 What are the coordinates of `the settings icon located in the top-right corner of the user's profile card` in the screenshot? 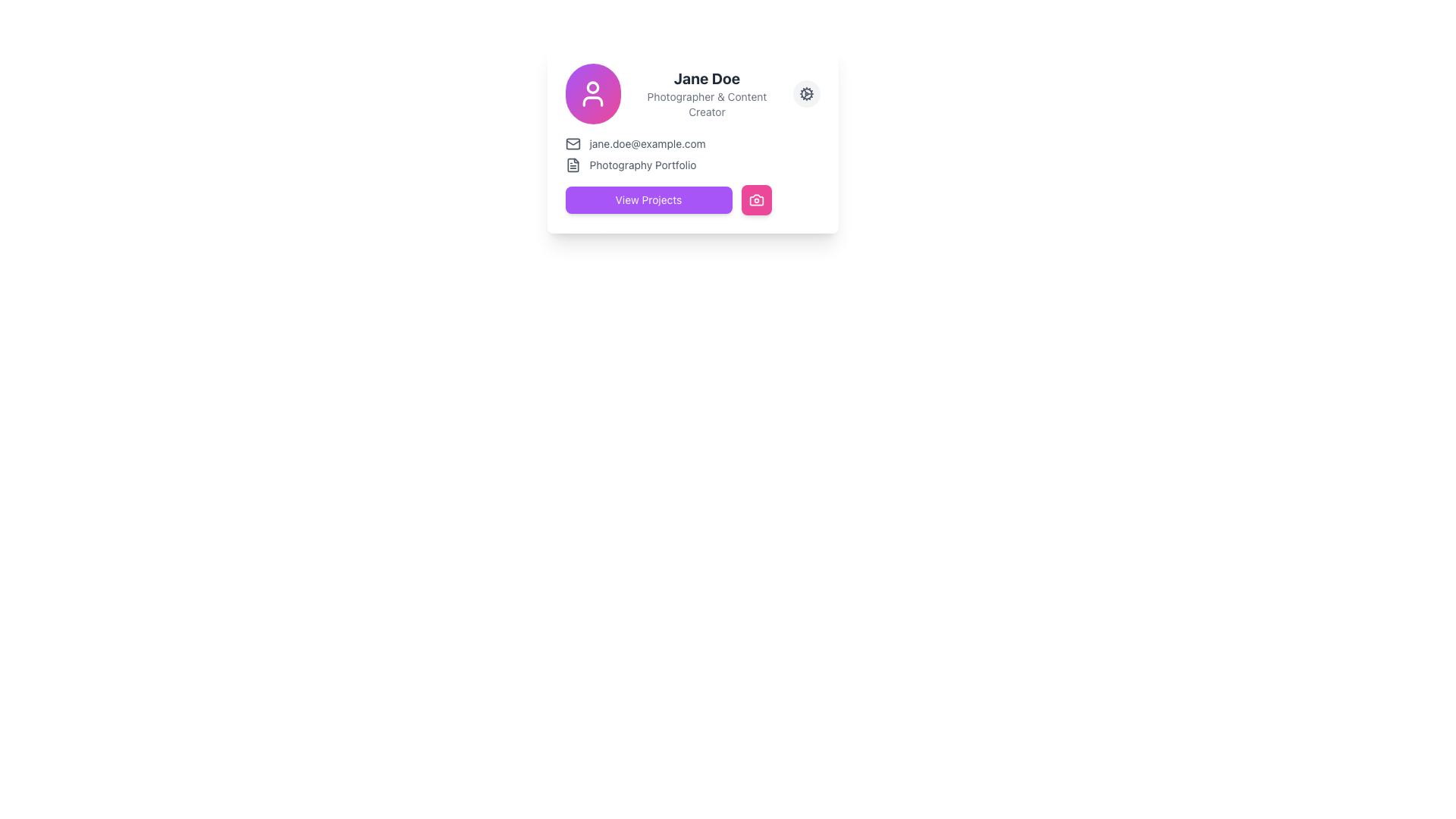 It's located at (805, 93).